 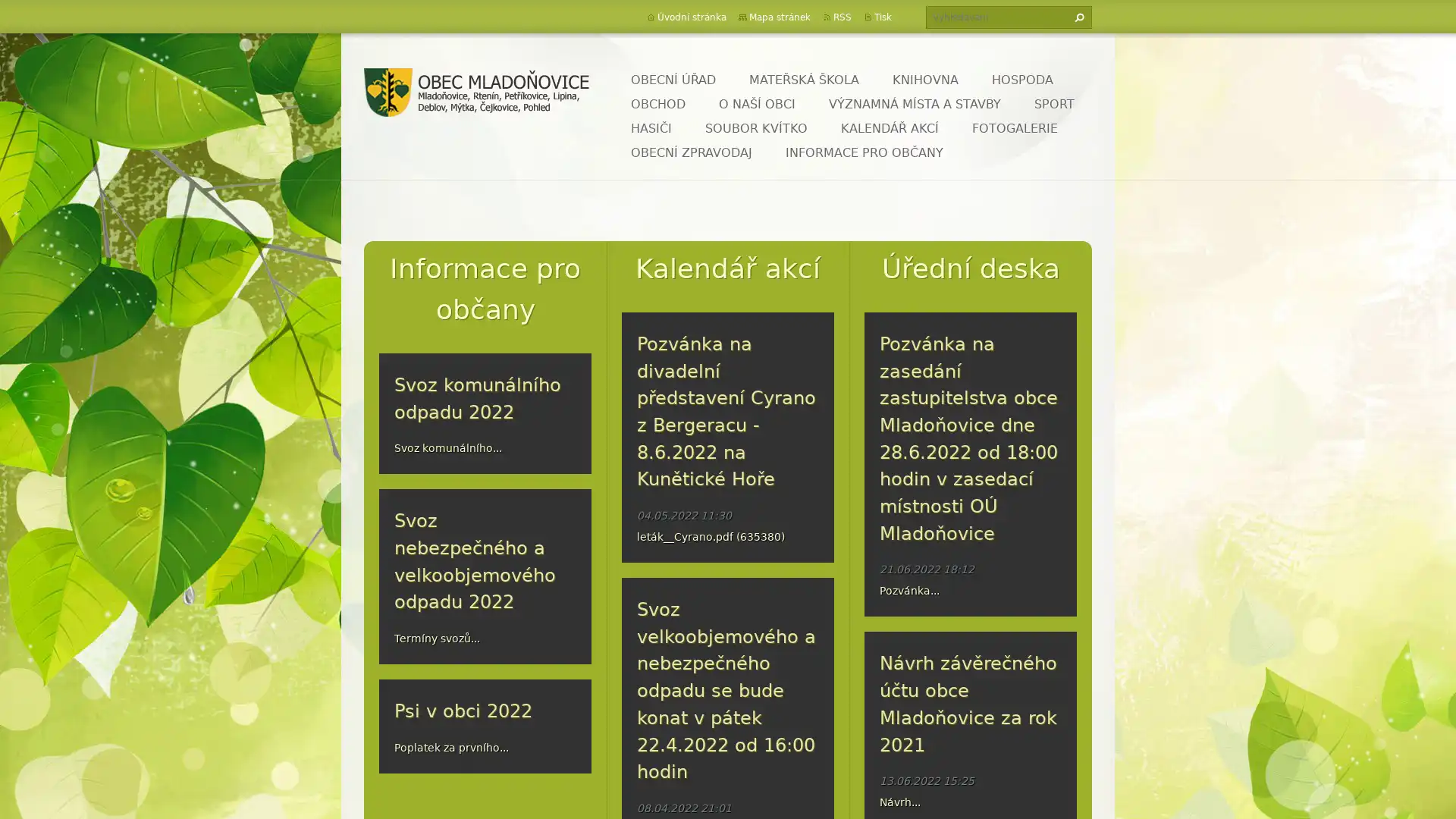 What do you see at coordinates (1076, 17) in the screenshot?
I see `Hledat` at bounding box center [1076, 17].